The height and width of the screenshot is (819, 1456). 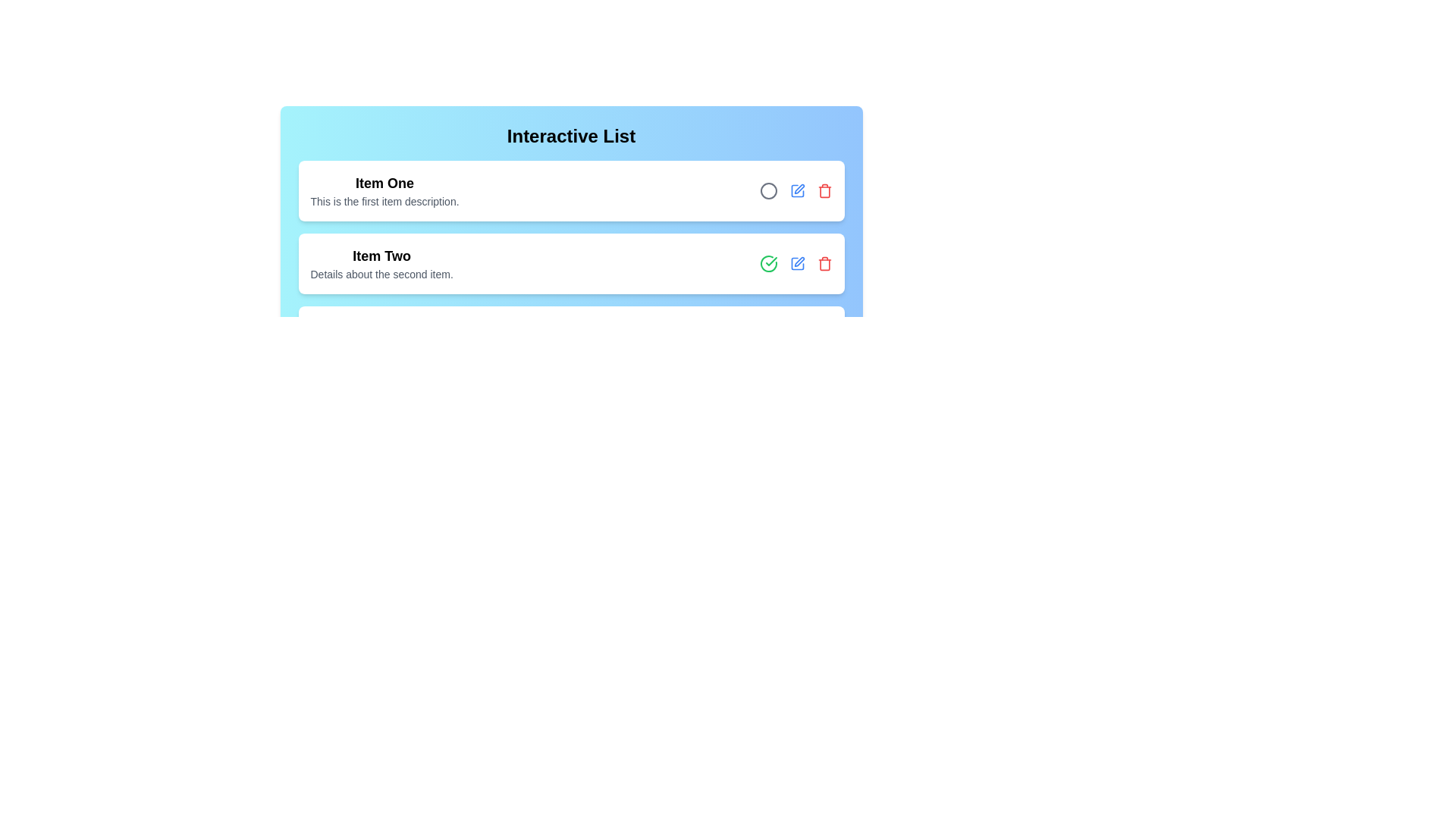 I want to click on edit icon for the item Item Two to edit its details, so click(x=796, y=262).